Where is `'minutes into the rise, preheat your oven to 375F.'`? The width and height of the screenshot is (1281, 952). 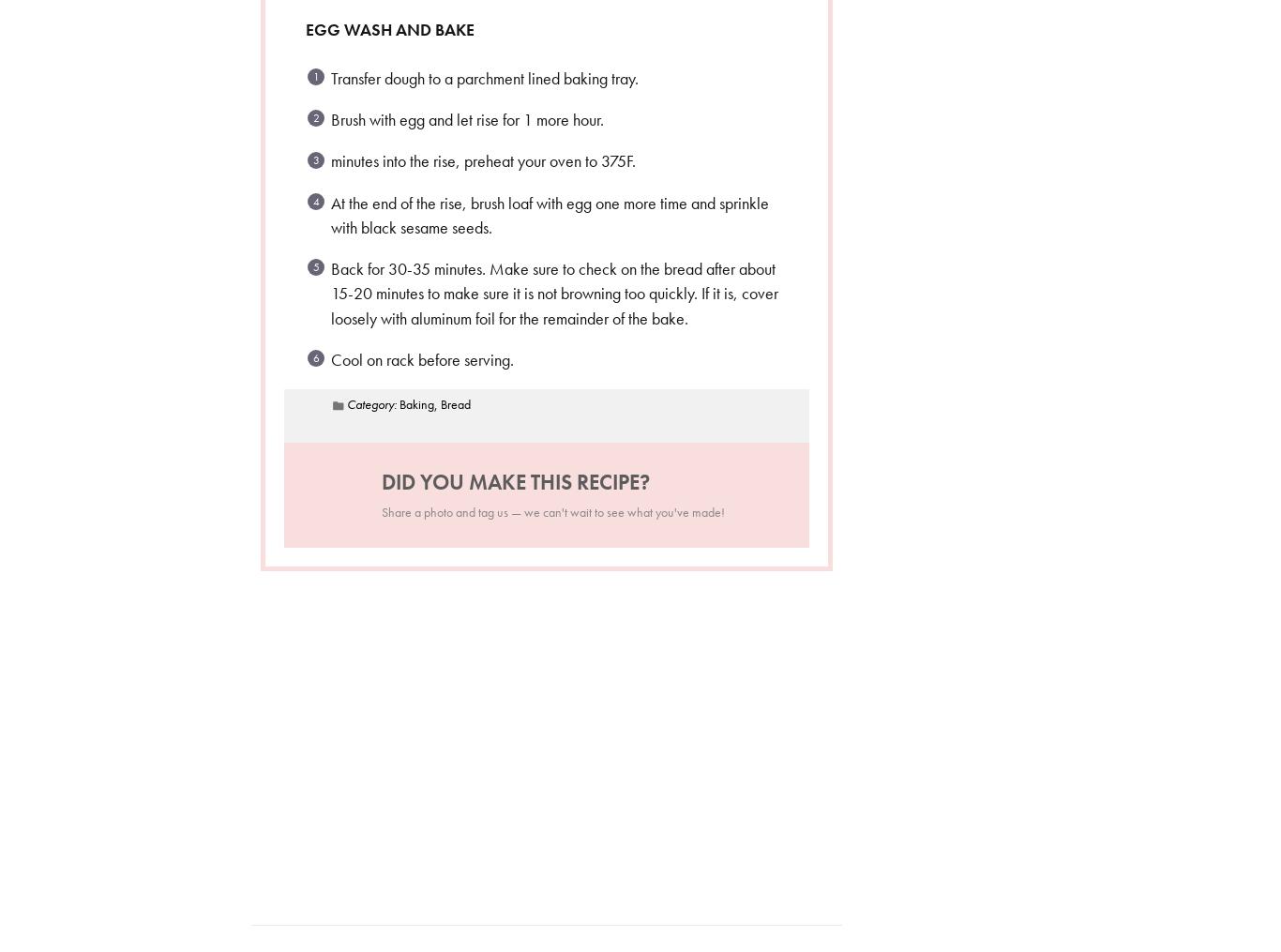
'minutes into the rise, preheat your oven to 375F.' is located at coordinates (482, 159).